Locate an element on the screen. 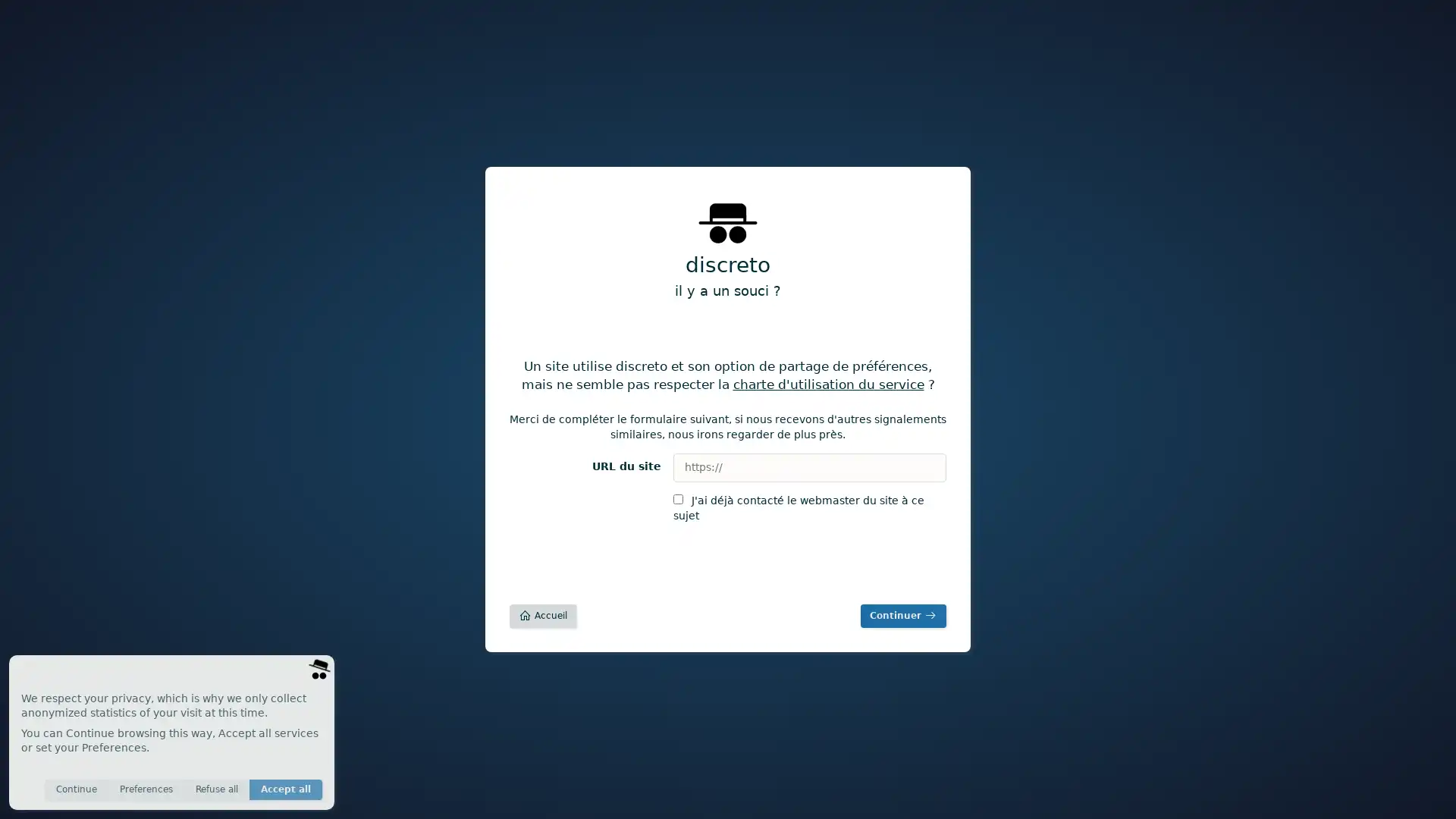 The width and height of the screenshot is (1456, 819). Preferences is located at coordinates (146, 789).